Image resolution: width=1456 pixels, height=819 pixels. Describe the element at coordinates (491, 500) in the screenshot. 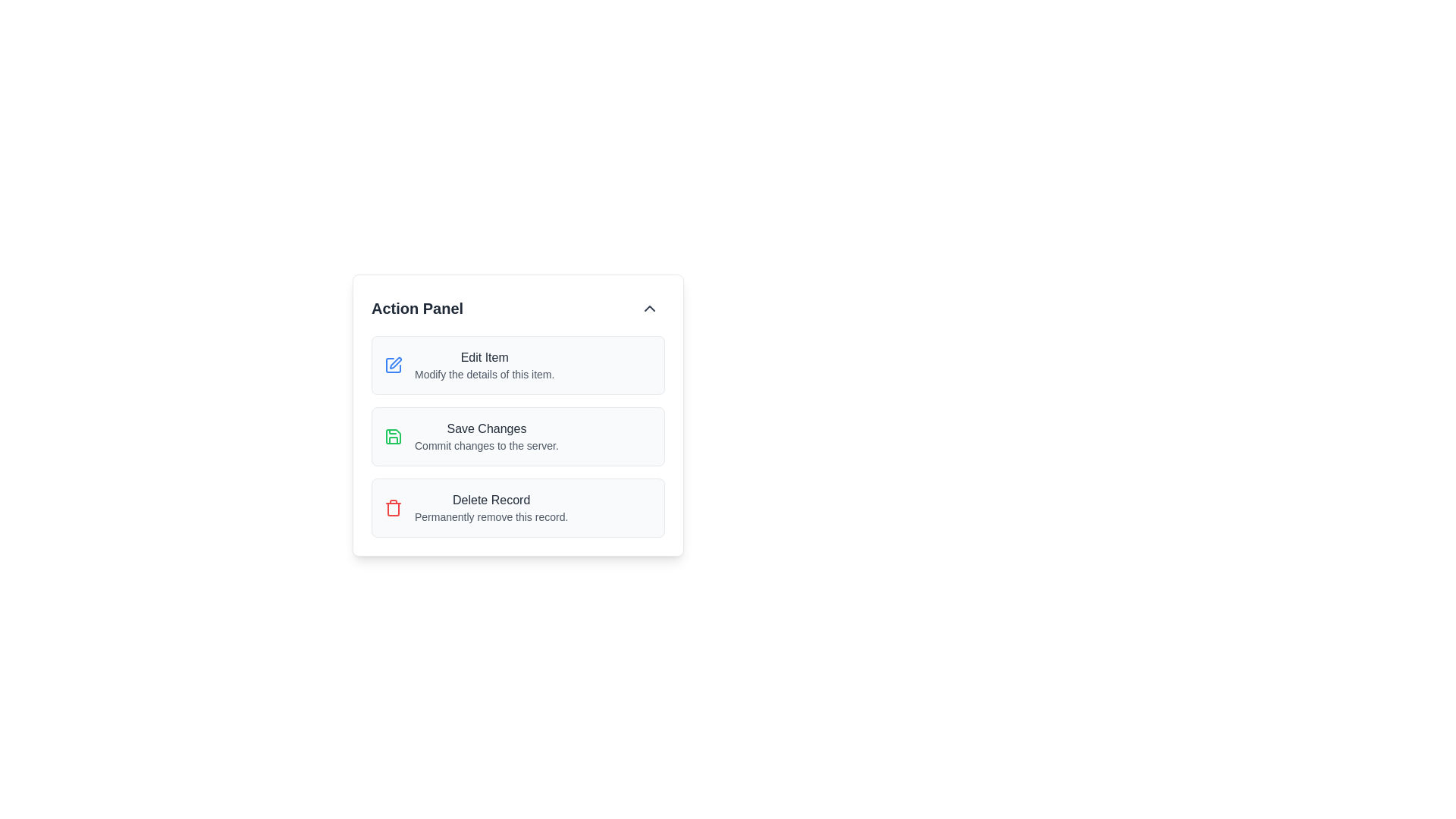

I see `text from the 'Delete Record' label, which is styled in medium-weight dark gray font and positioned above the descriptive text in the Action Panel` at that location.